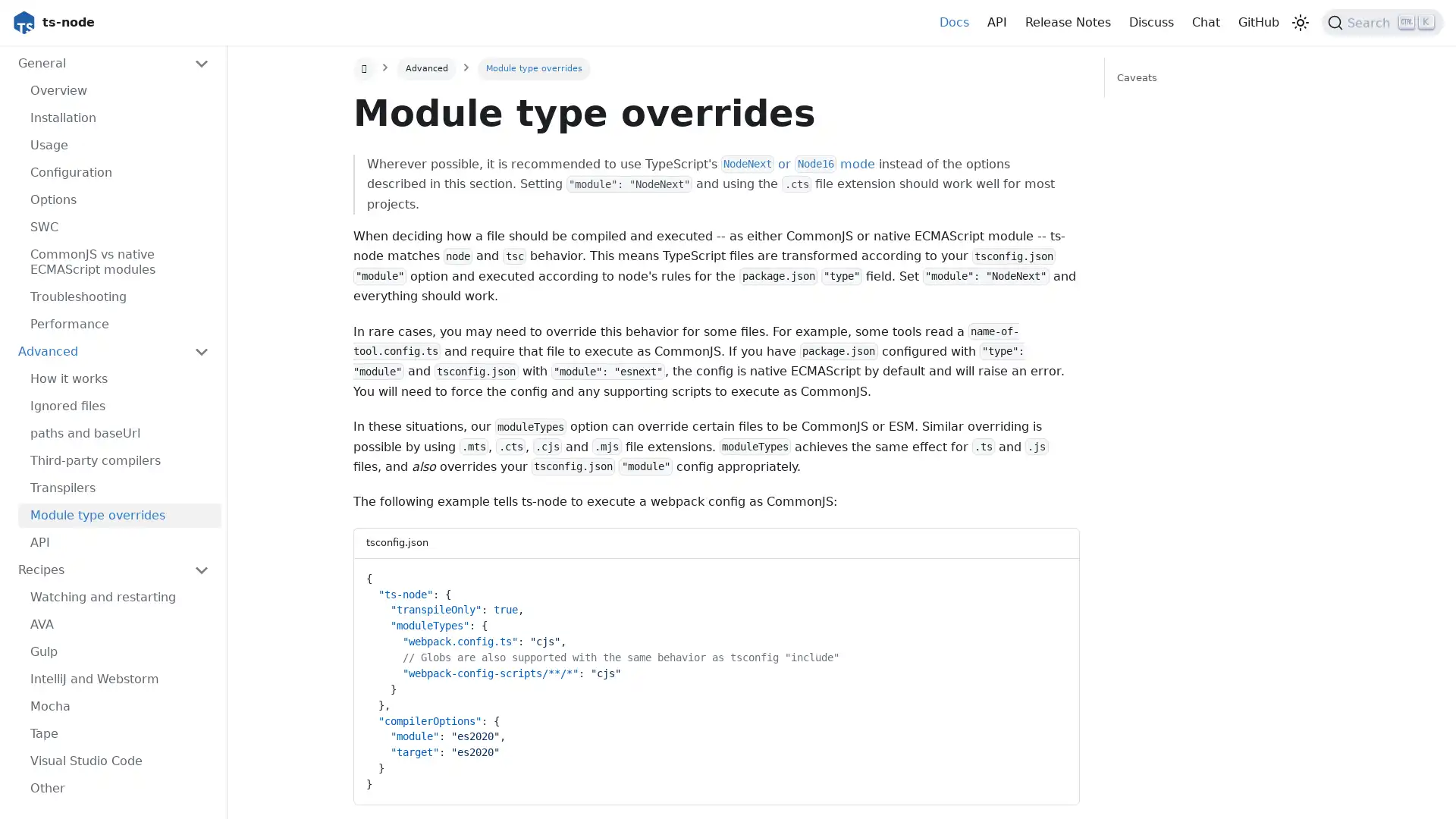  I want to click on Search, so click(1382, 23).